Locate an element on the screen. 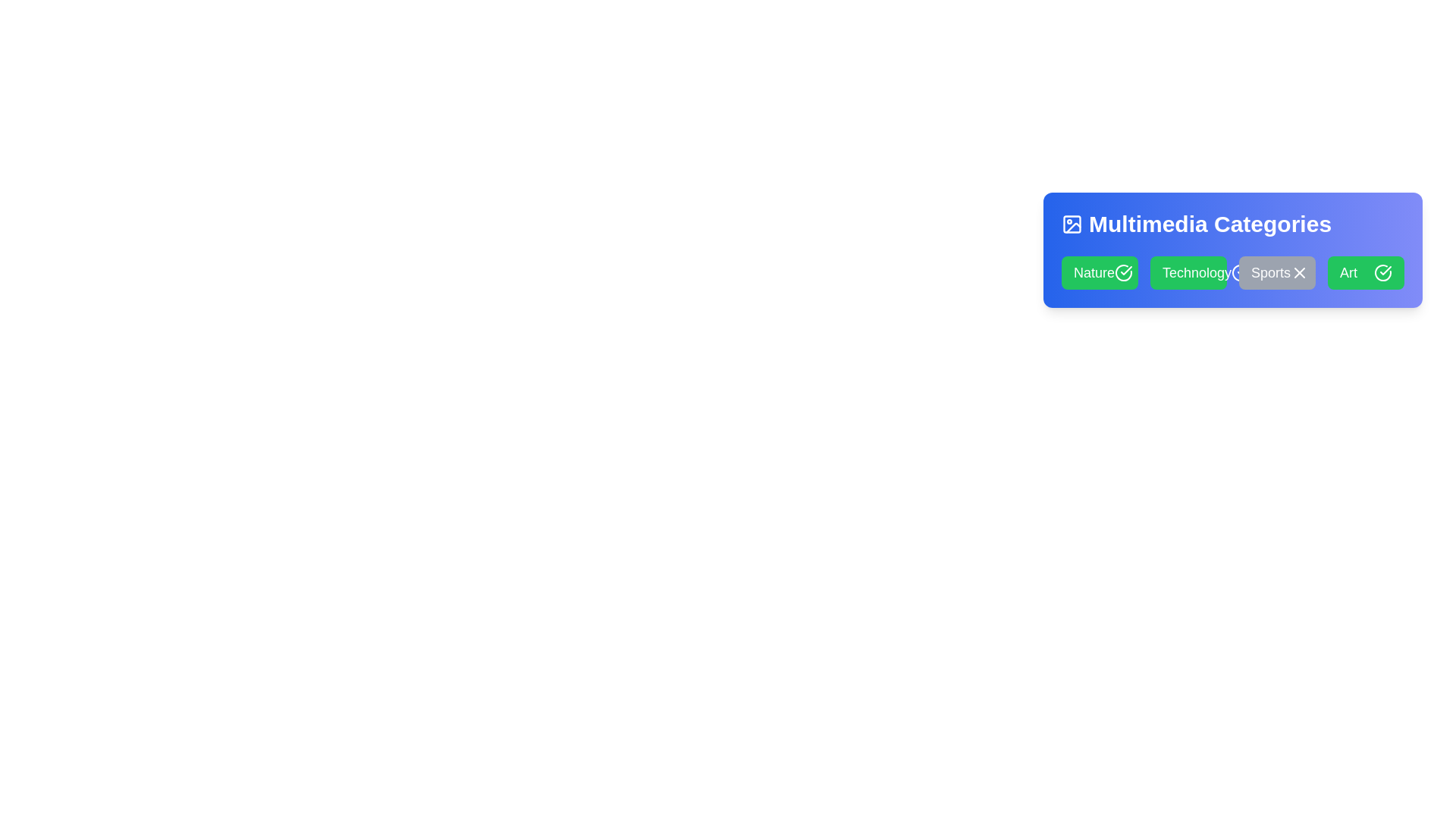  the 'Nature' button, which is a green rectangular button with rounded corners and displays the text 'Nature' in white, located in the 'Multimedia Categories' section is located at coordinates (1100, 271).